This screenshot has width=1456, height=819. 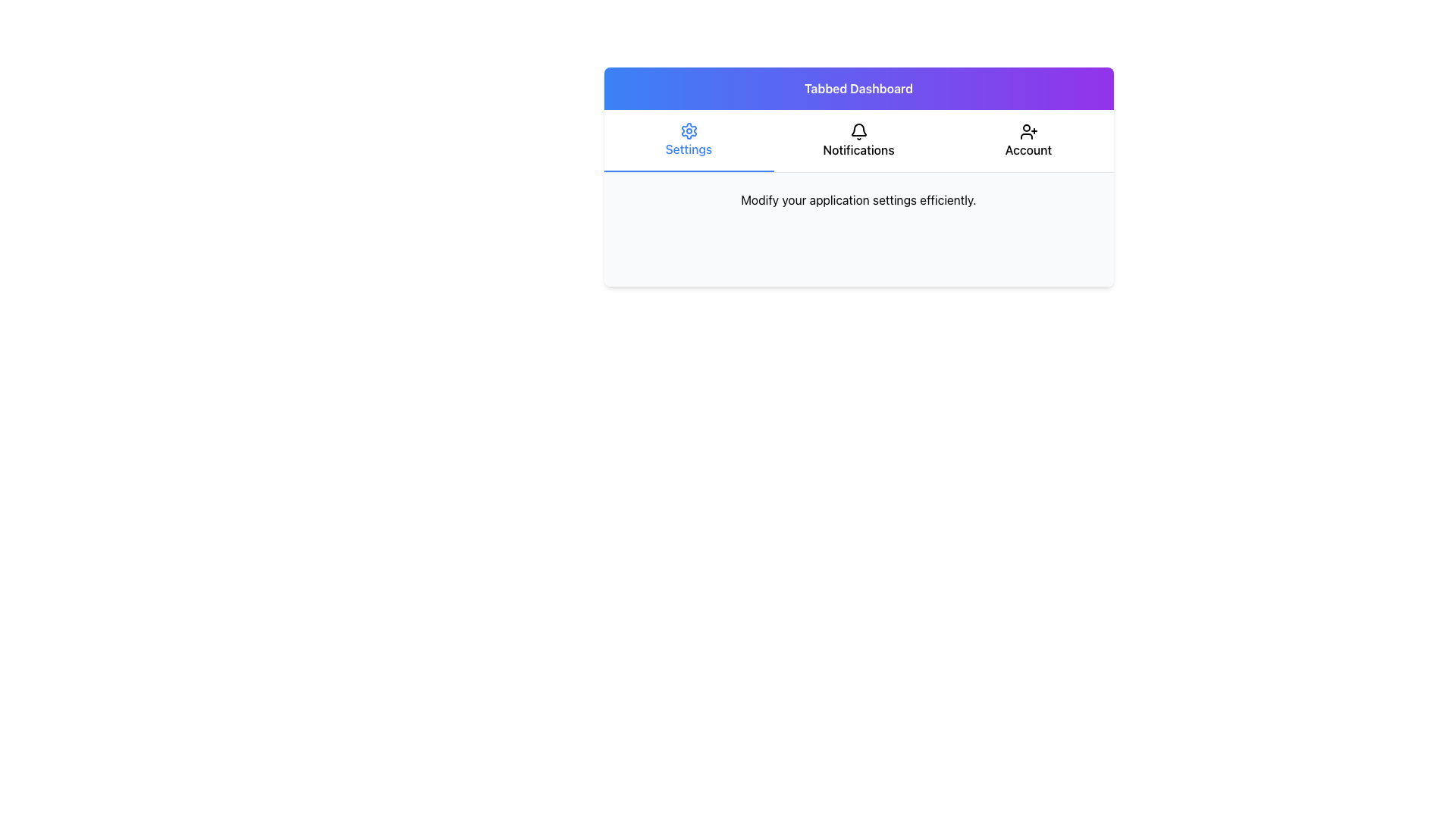 What do you see at coordinates (858, 130) in the screenshot?
I see `the notification bell icon located in the Notifications tab` at bounding box center [858, 130].